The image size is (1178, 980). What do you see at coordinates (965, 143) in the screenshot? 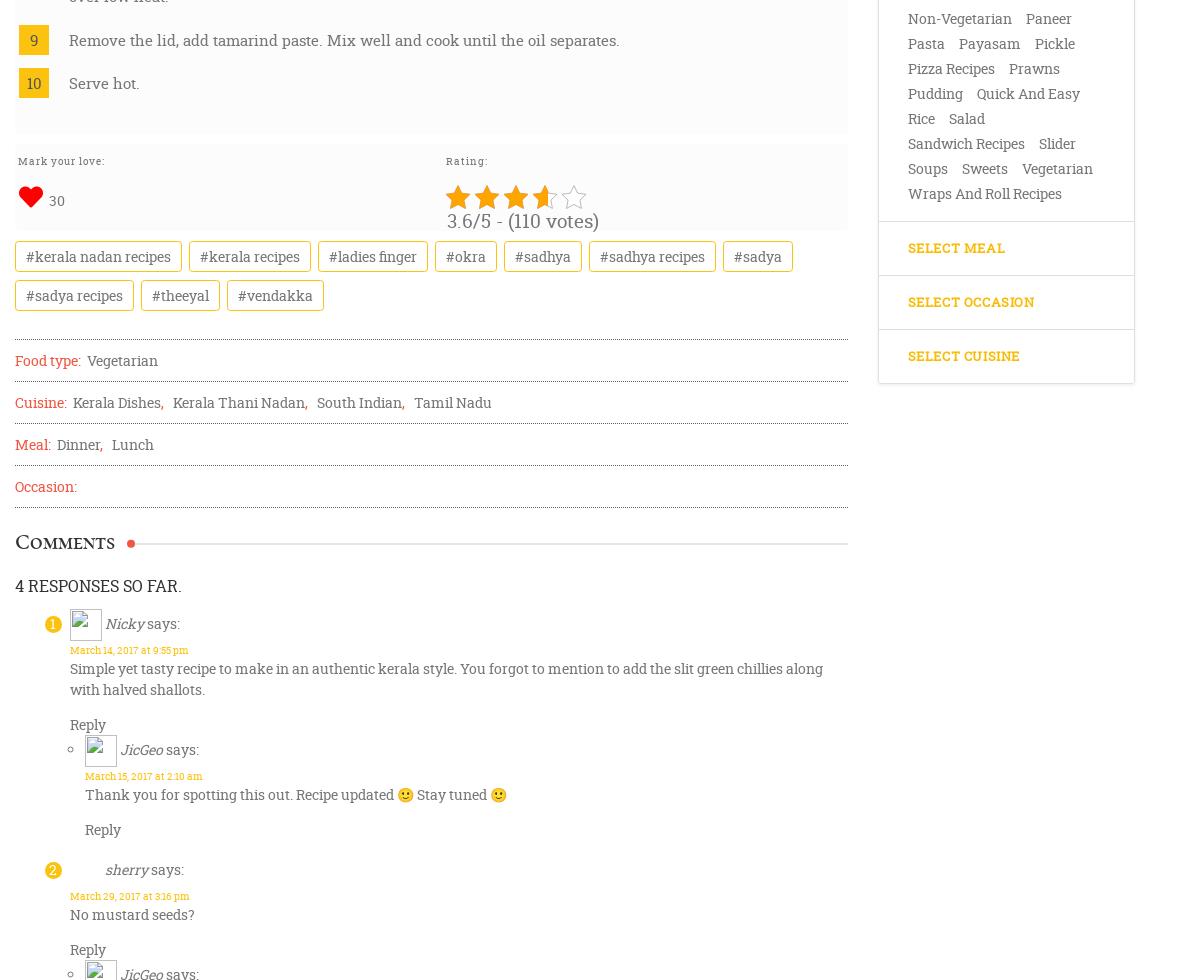
I see `'Sandwich Recipes'` at bounding box center [965, 143].